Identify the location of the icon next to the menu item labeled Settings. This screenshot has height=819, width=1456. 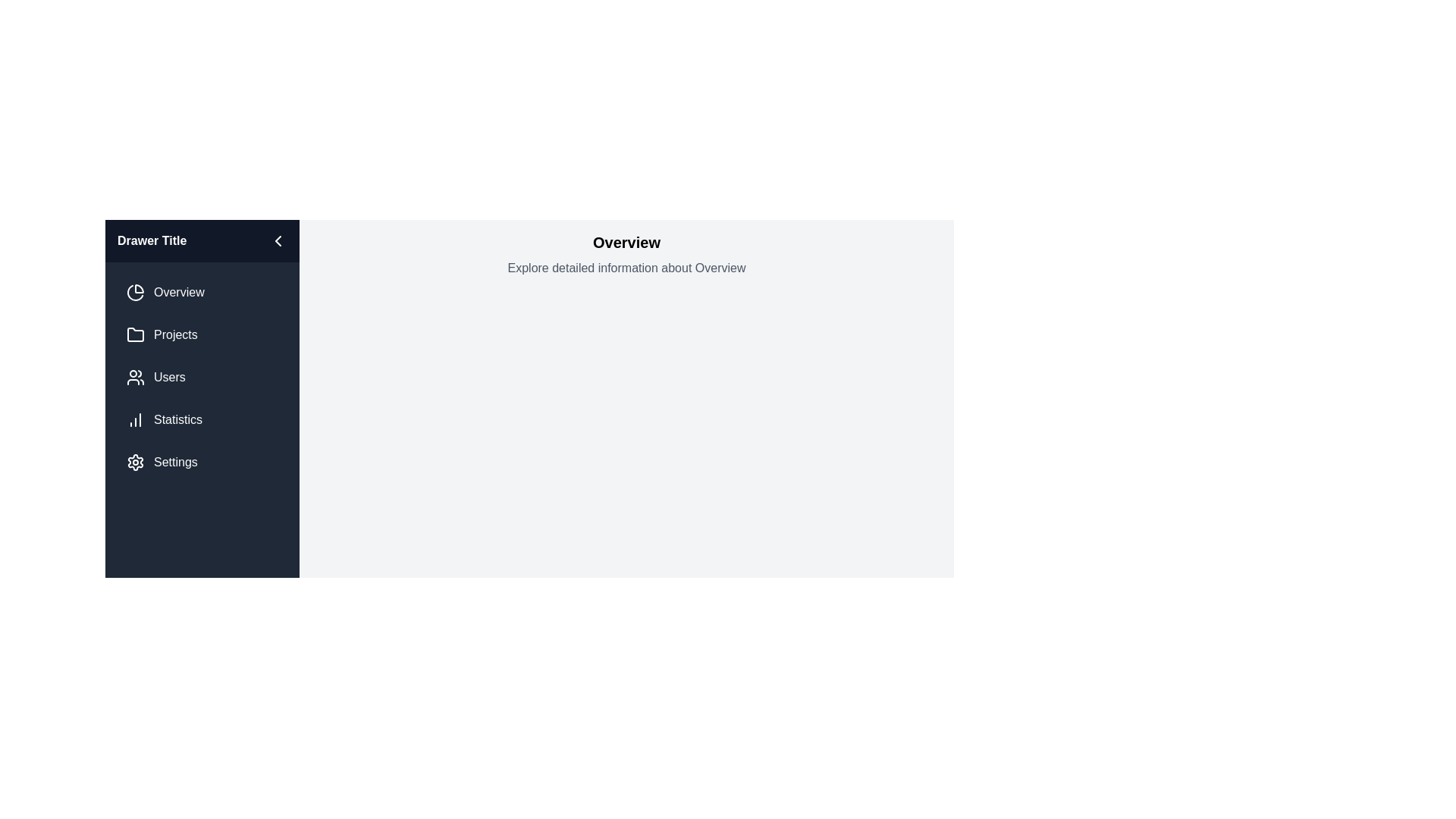
(135, 461).